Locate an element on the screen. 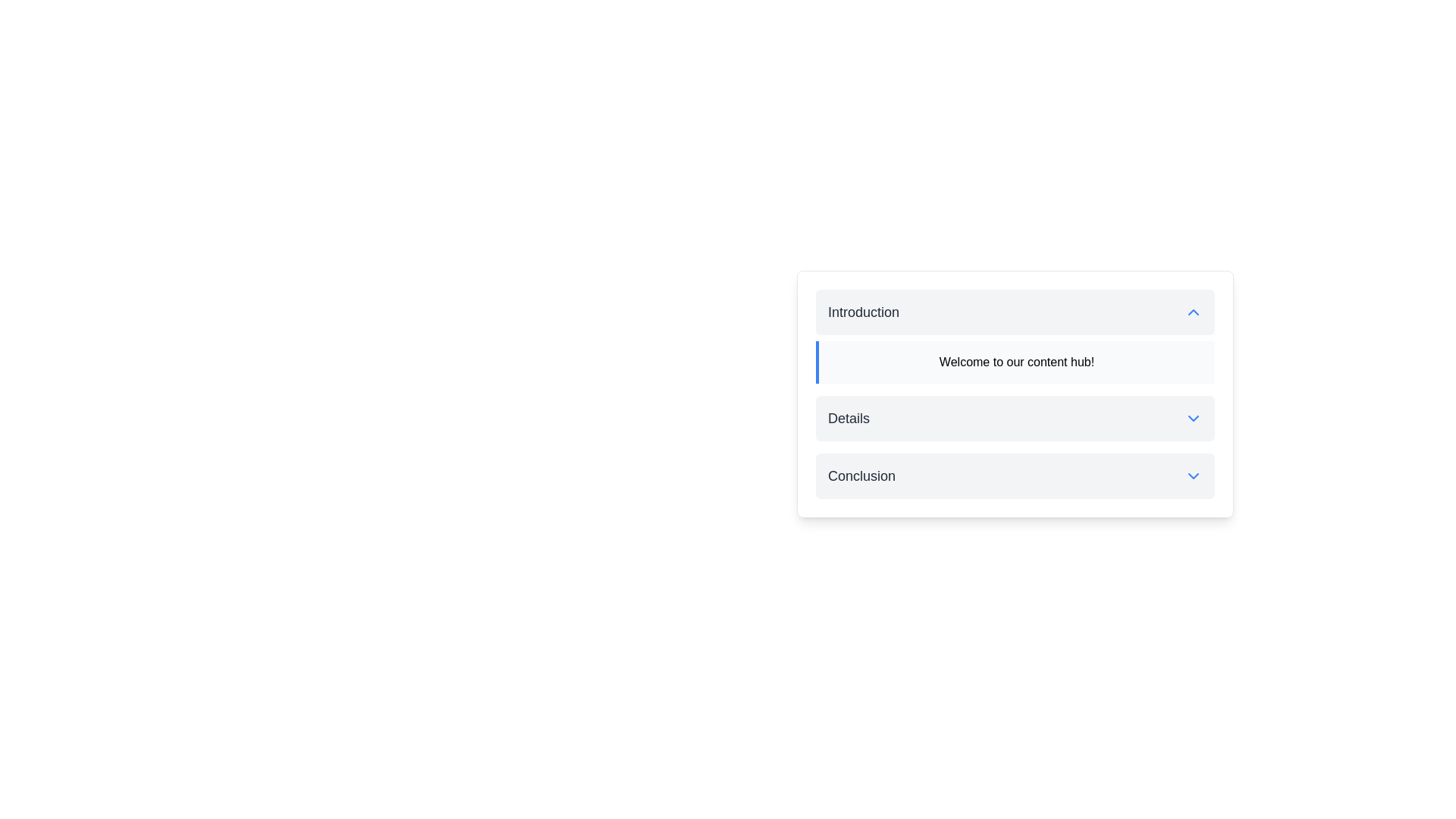  the static text element displaying 'Welcome to our content hub!' located within the light gray panel with a blue border in the introduction section of the accordion-style component is located at coordinates (1016, 362).